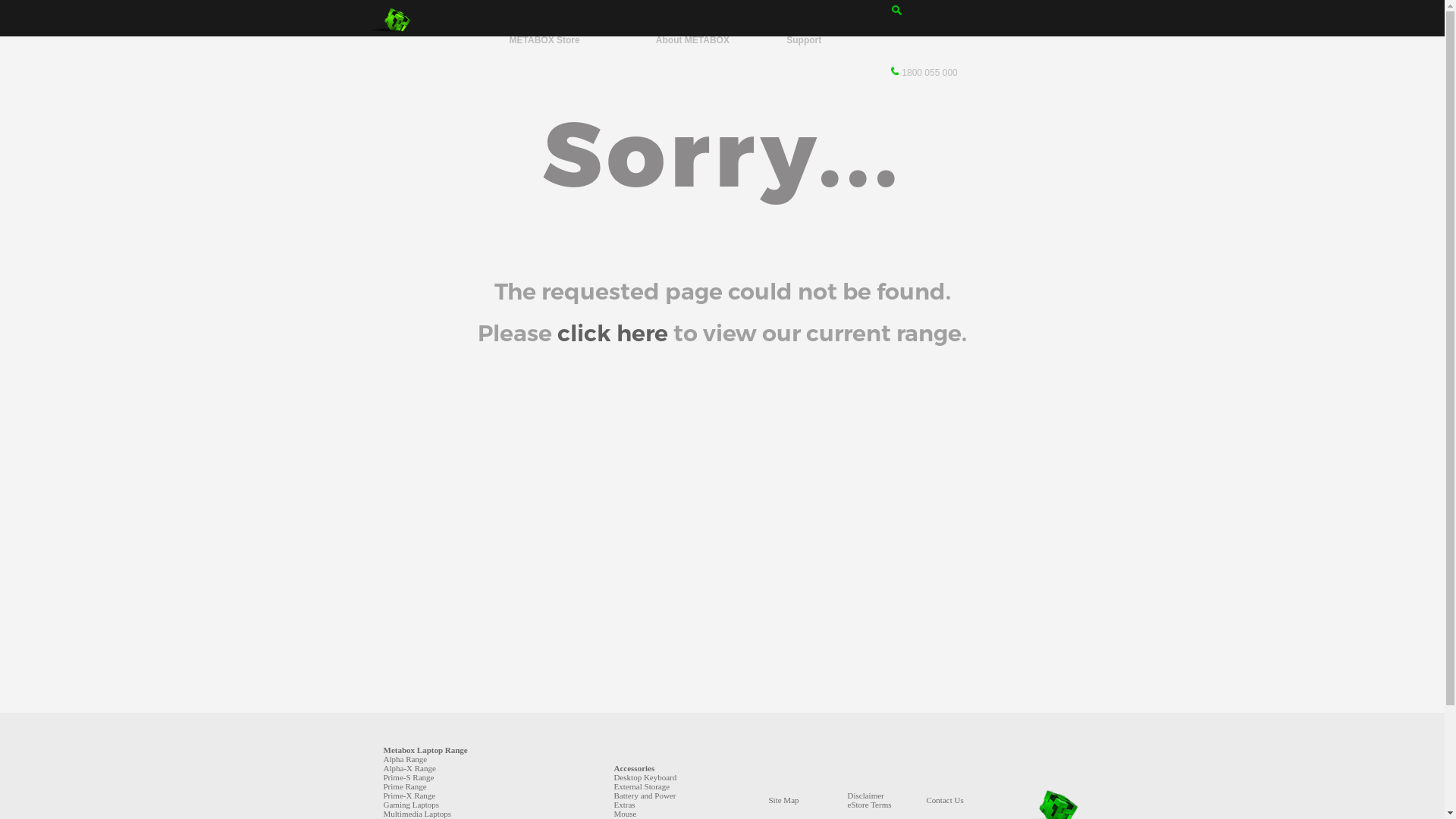 This screenshot has width=1456, height=819. Describe the element at coordinates (634, 768) in the screenshot. I see `'Accessories'` at that location.